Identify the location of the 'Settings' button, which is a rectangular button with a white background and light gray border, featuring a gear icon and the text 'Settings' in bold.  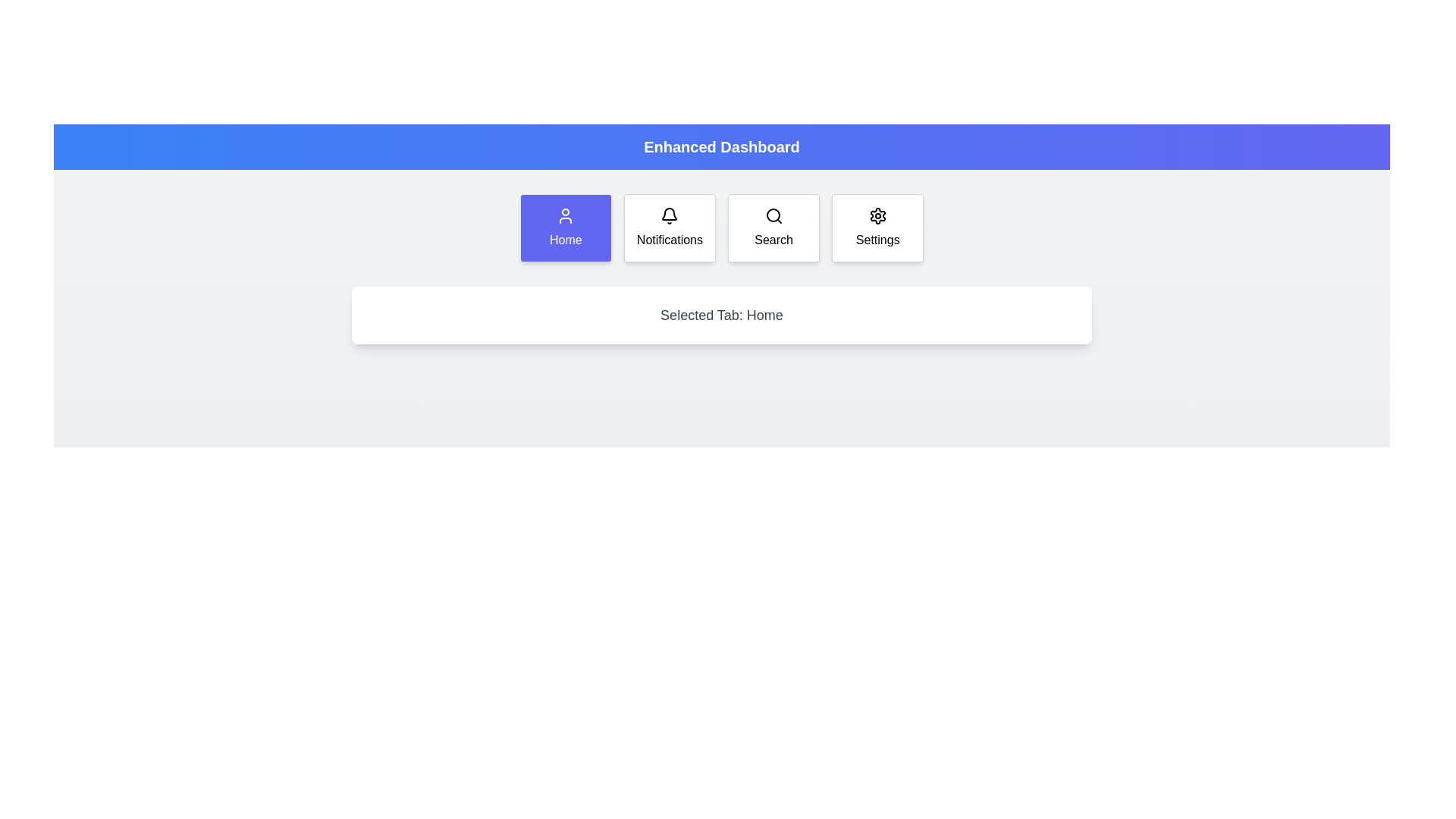
(877, 227).